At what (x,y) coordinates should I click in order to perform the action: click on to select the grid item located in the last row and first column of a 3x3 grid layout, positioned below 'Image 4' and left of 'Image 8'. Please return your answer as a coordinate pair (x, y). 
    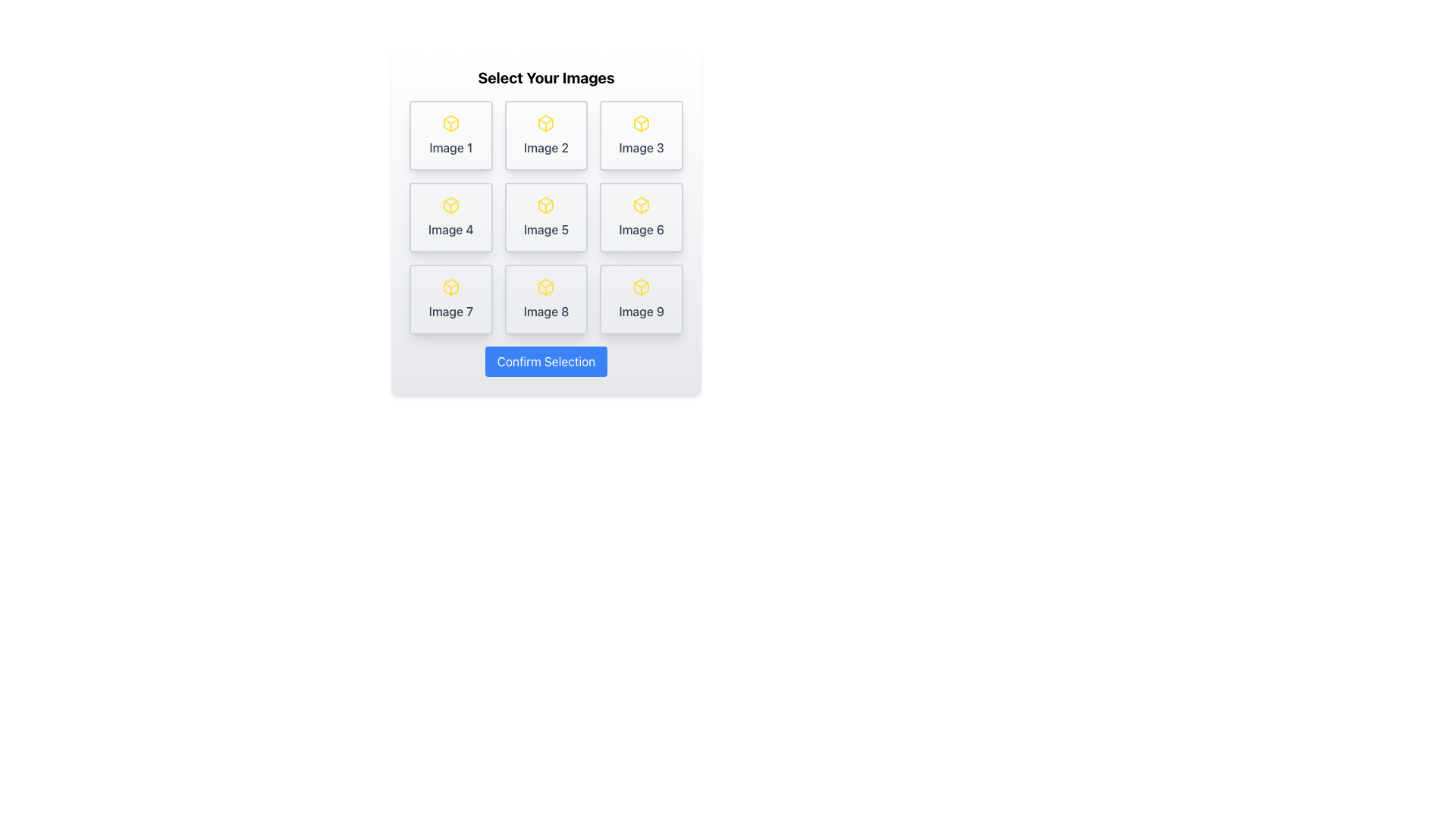
    Looking at the image, I should click on (450, 299).